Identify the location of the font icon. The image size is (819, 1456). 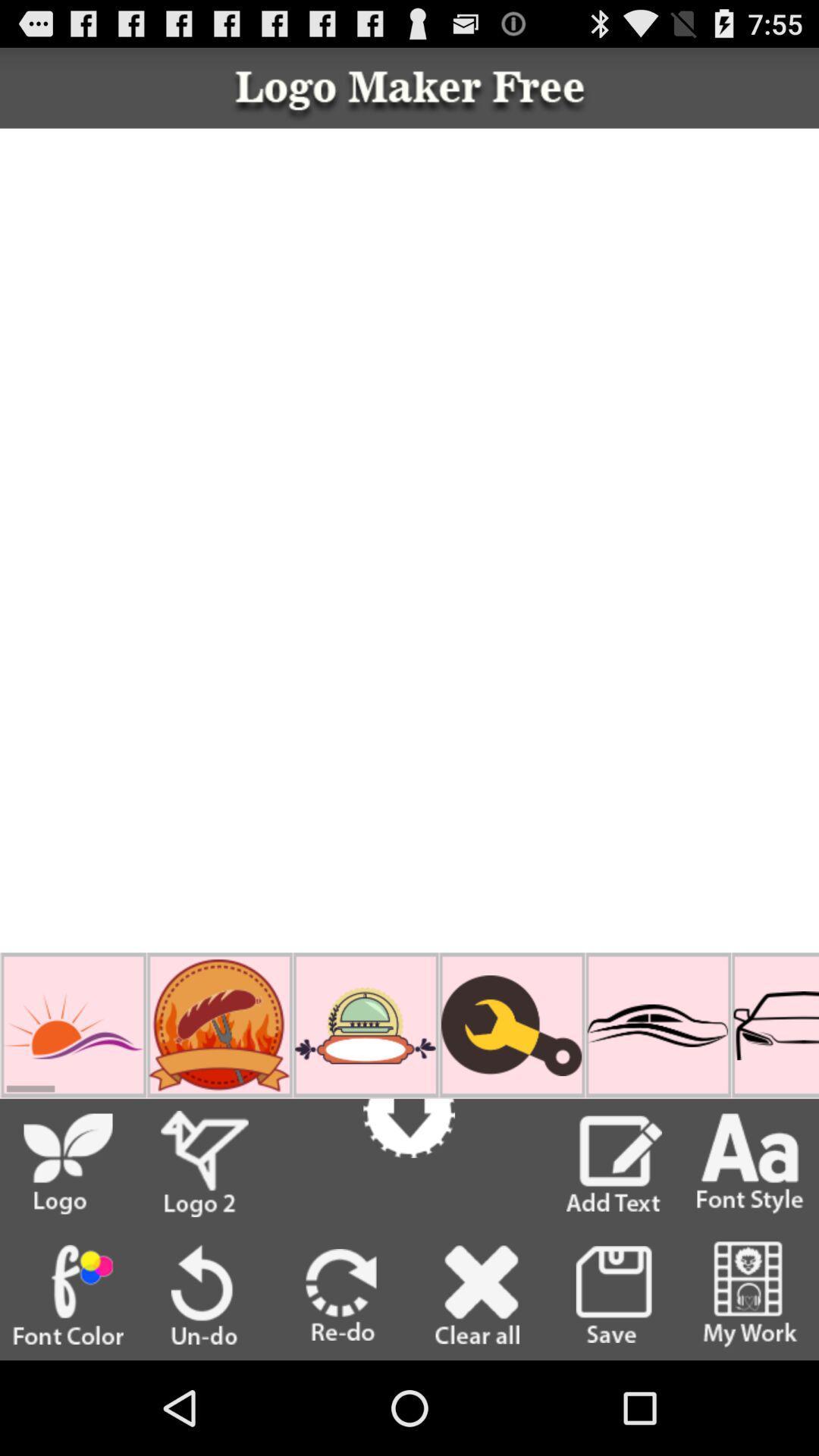
(749, 1245).